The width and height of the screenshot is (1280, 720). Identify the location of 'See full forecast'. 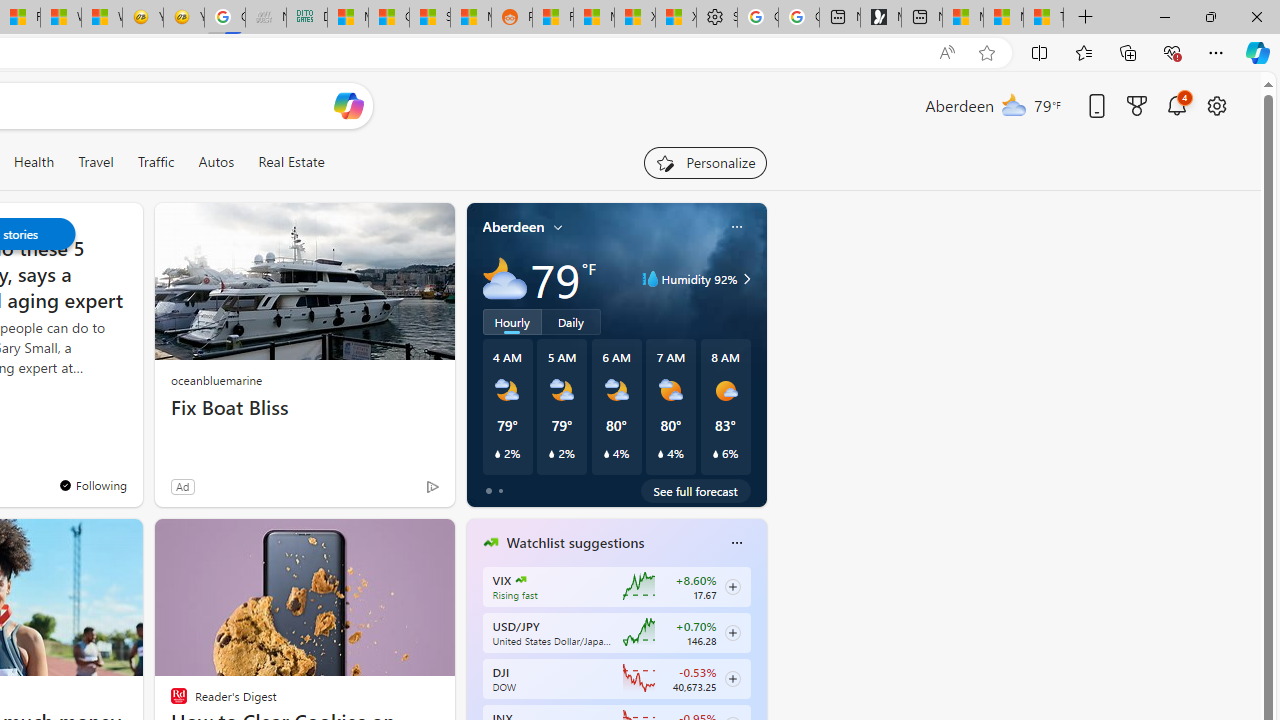
(695, 491).